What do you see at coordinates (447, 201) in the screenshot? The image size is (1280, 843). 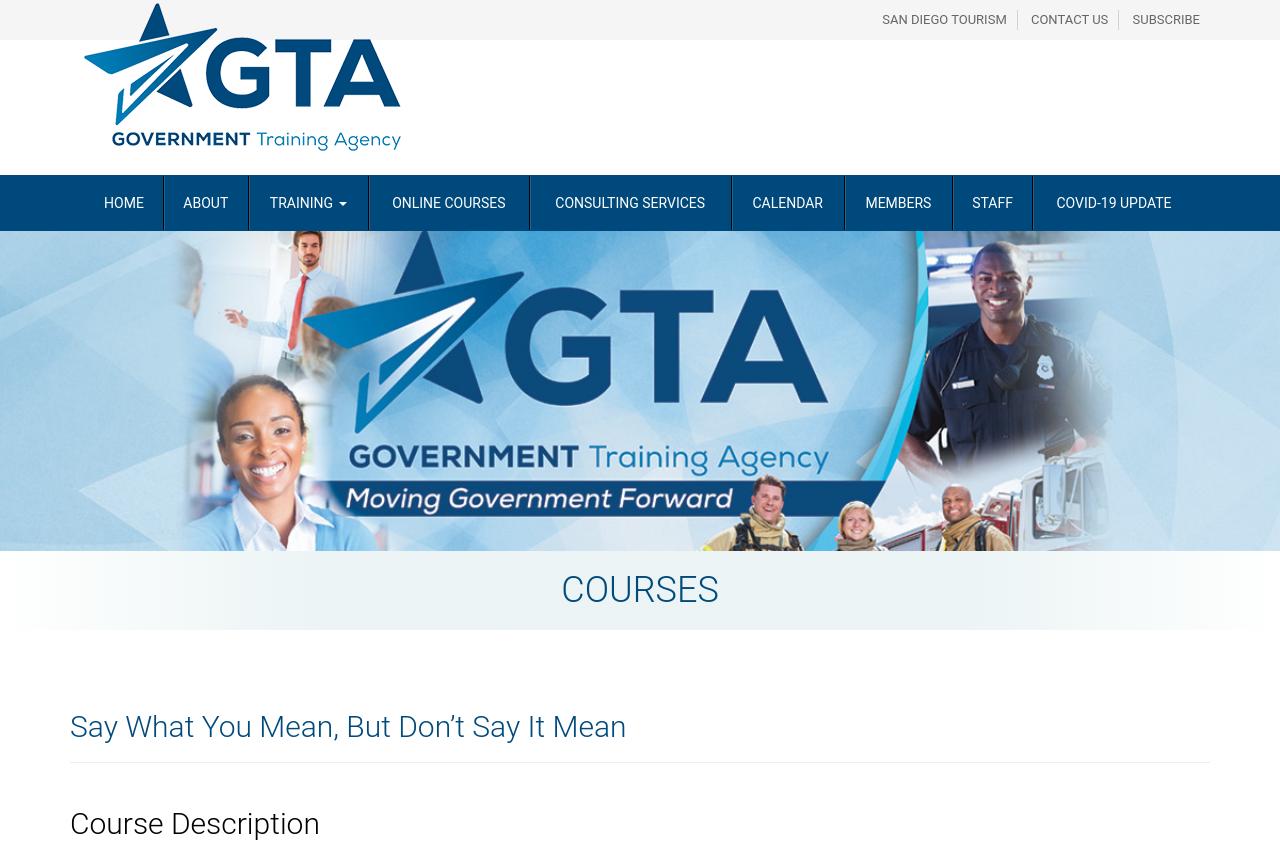 I see `'Online Courses'` at bounding box center [447, 201].